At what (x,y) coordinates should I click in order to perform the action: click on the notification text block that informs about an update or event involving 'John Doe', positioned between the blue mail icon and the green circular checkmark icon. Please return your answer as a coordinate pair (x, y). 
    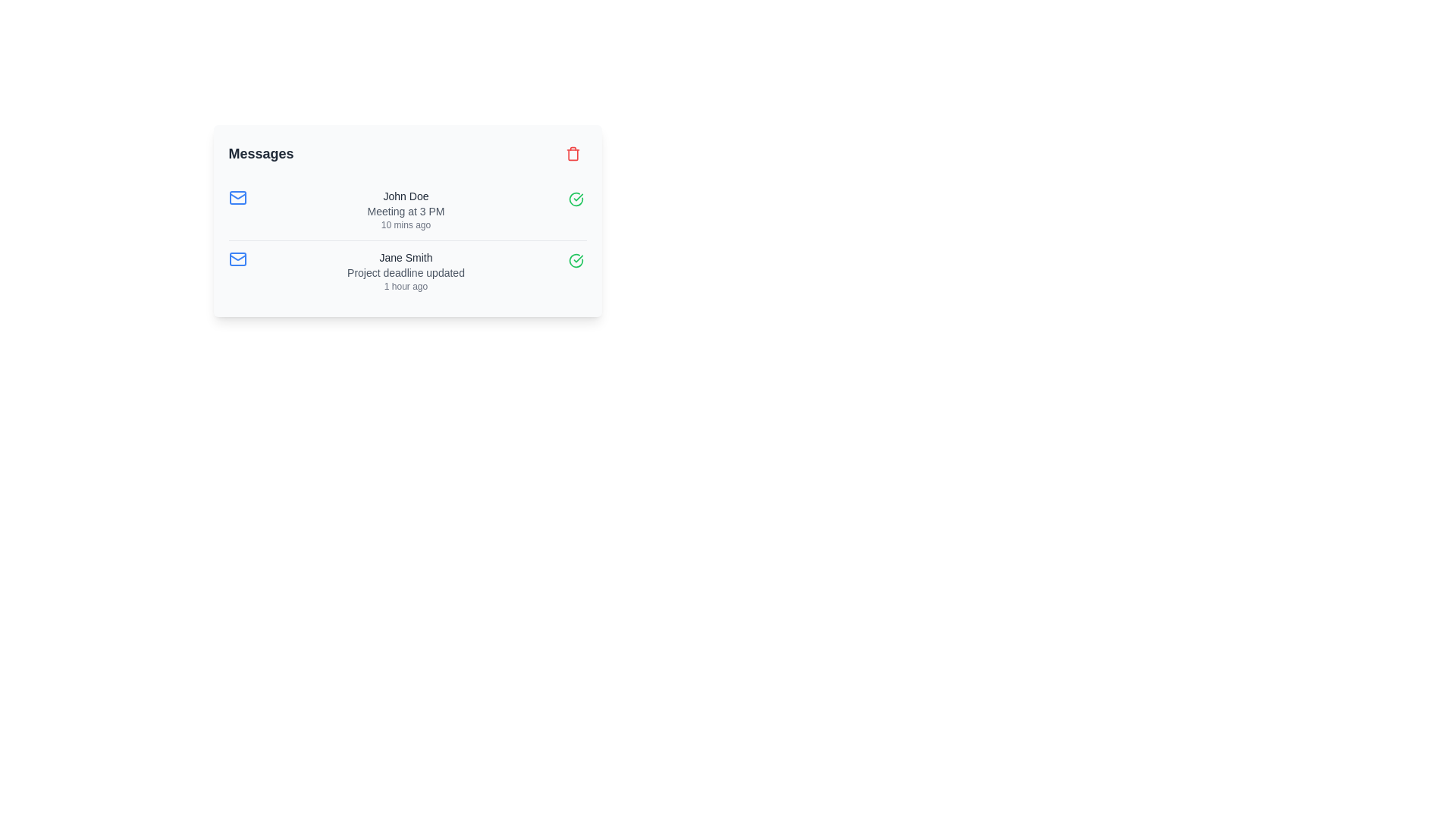
    Looking at the image, I should click on (406, 210).